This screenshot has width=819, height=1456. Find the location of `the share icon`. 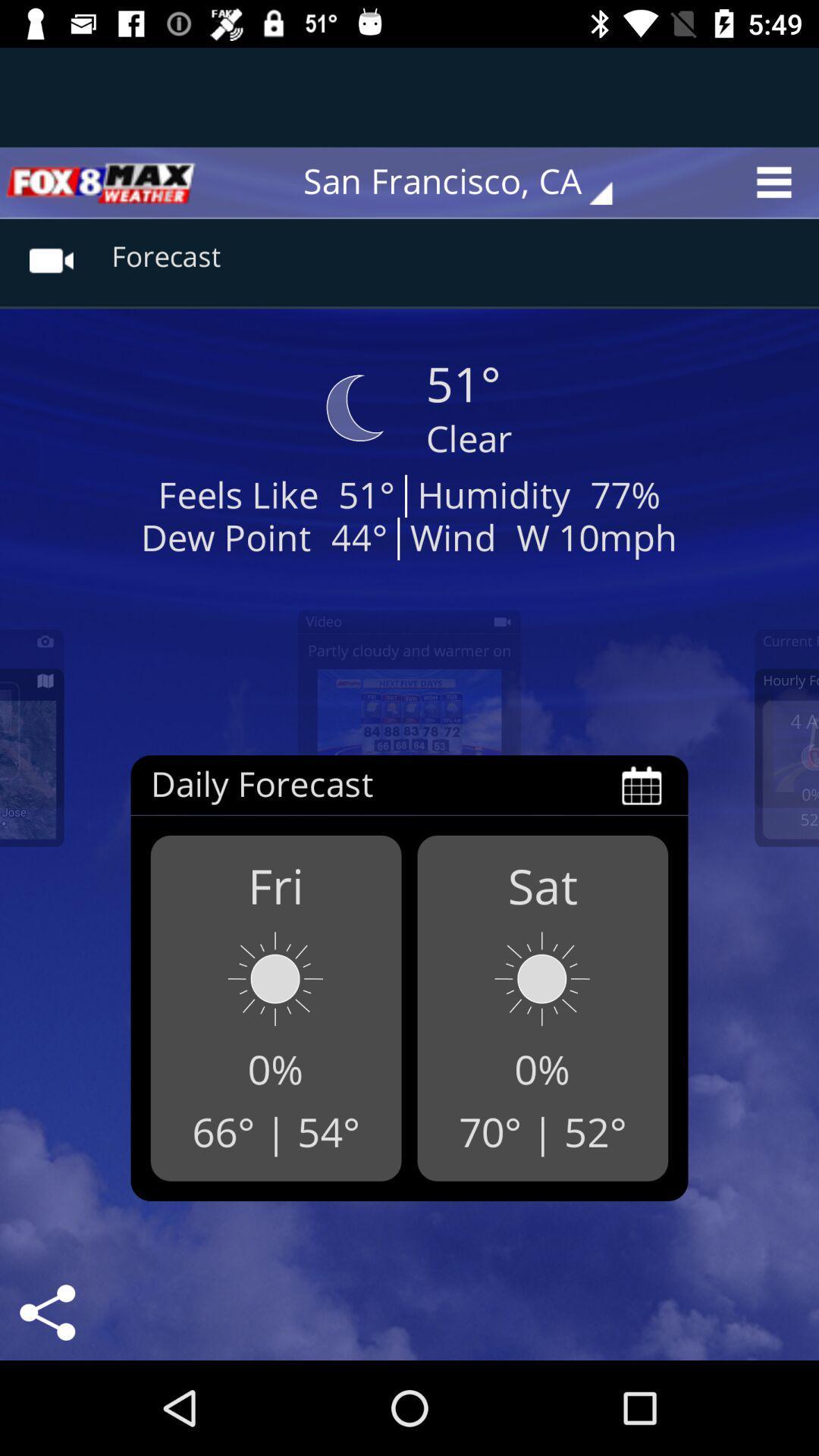

the share icon is located at coordinates (46, 1312).